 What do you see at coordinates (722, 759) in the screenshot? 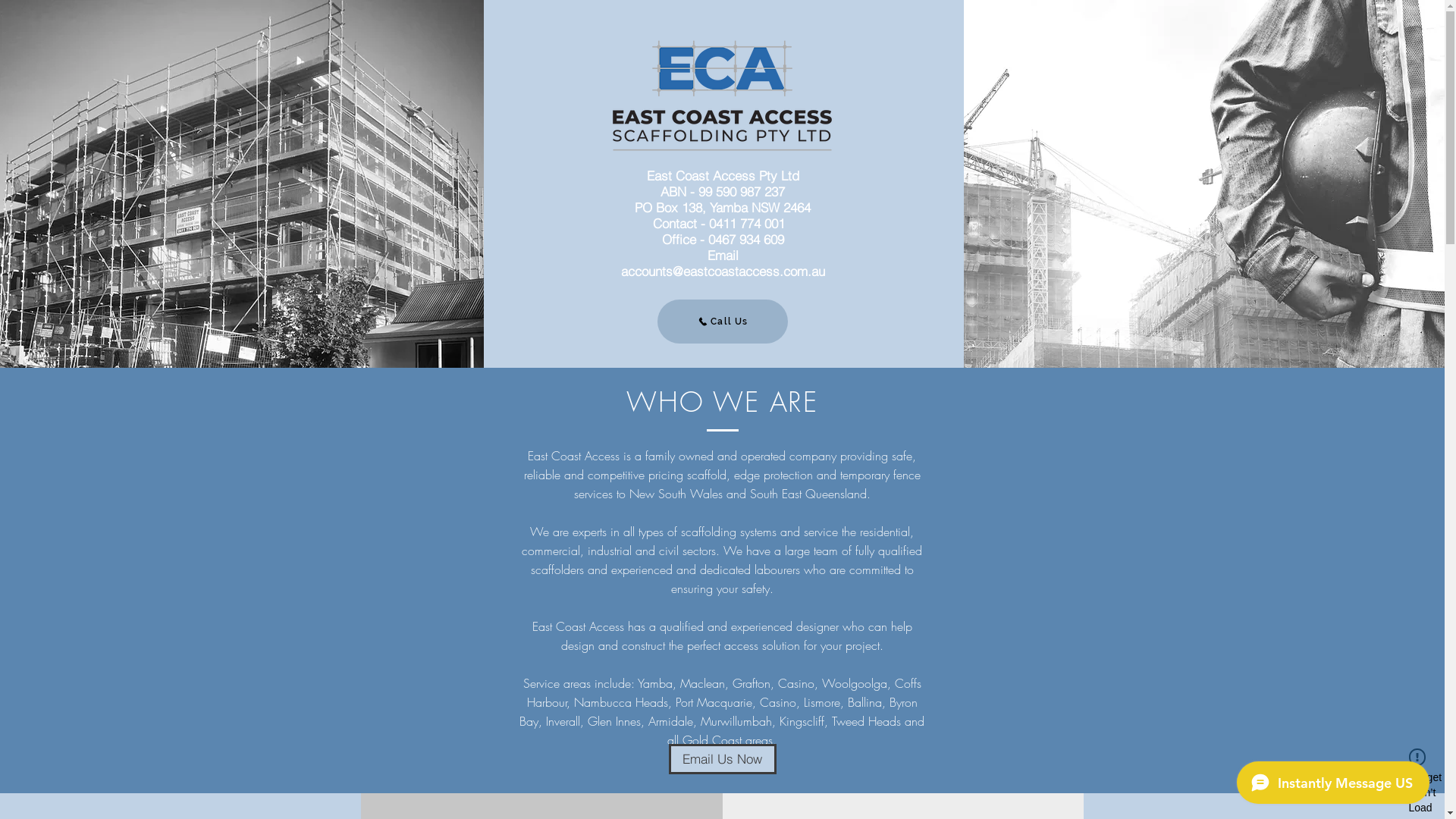
I see `'Email Us Now'` at bounding box center [722, 759].